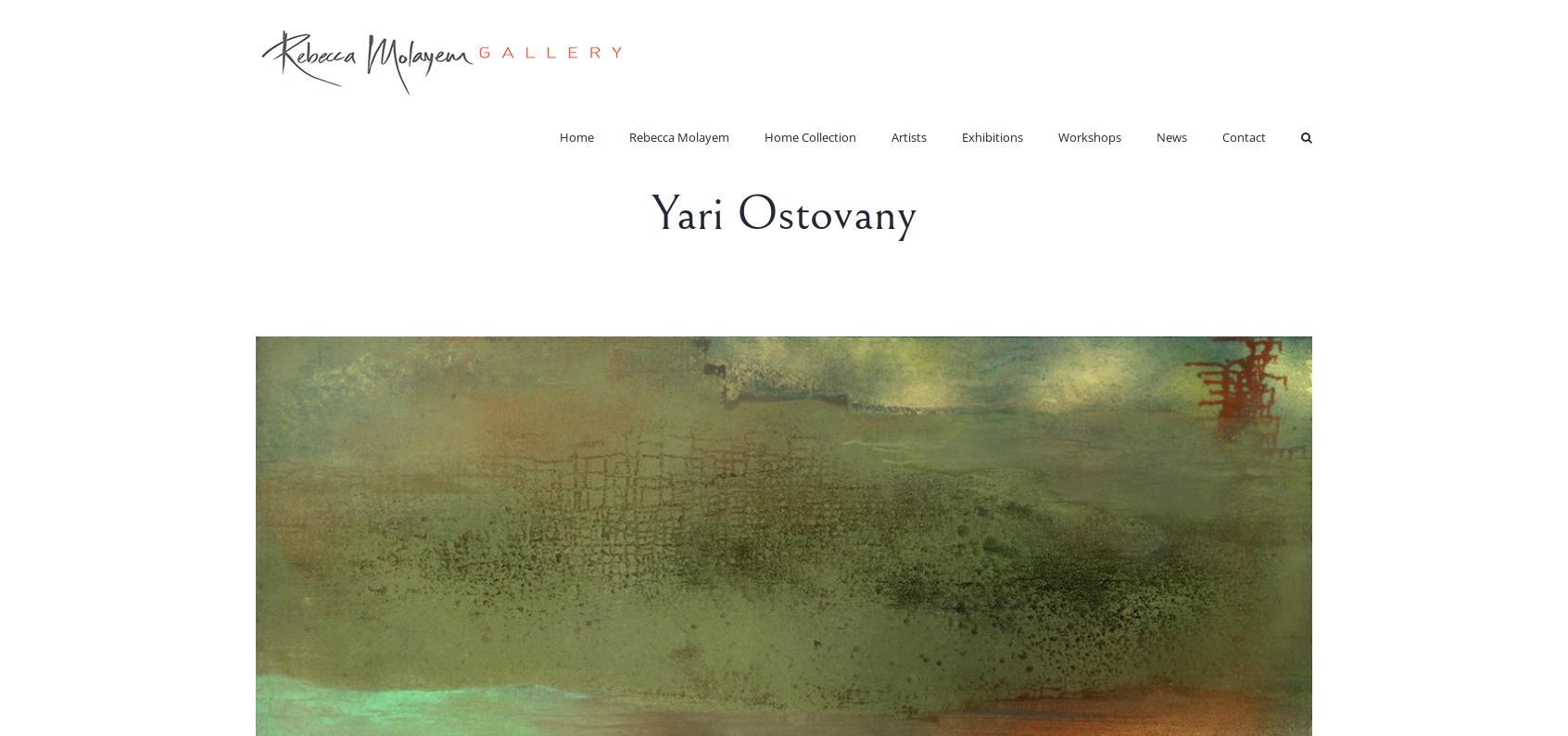 The width and height of the screenshot is (1568, 736). I want to click on 'Rebecca Molayem – Sculptures', so click(702, 245).